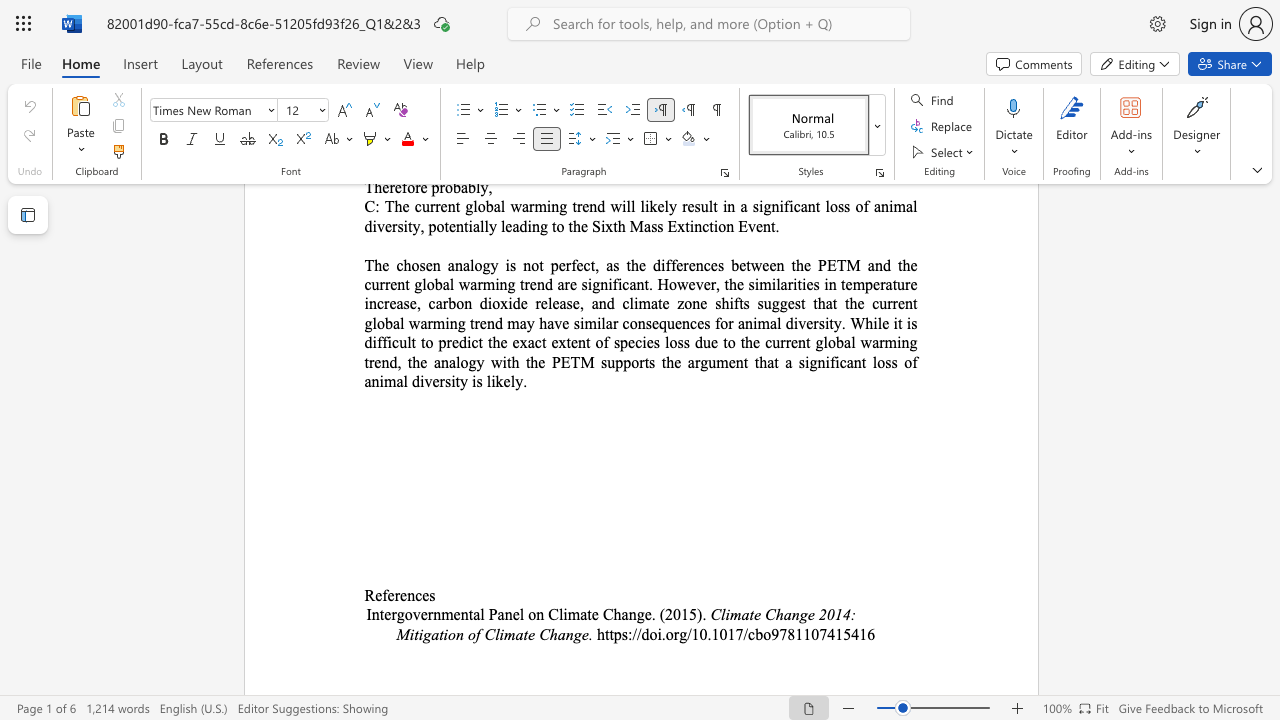 The image size is (1280, 720). What do you see at coordinates (391, 594) in the screenshot?
I see `the 2th character "e" in the text` at bounding box center [391, 594].